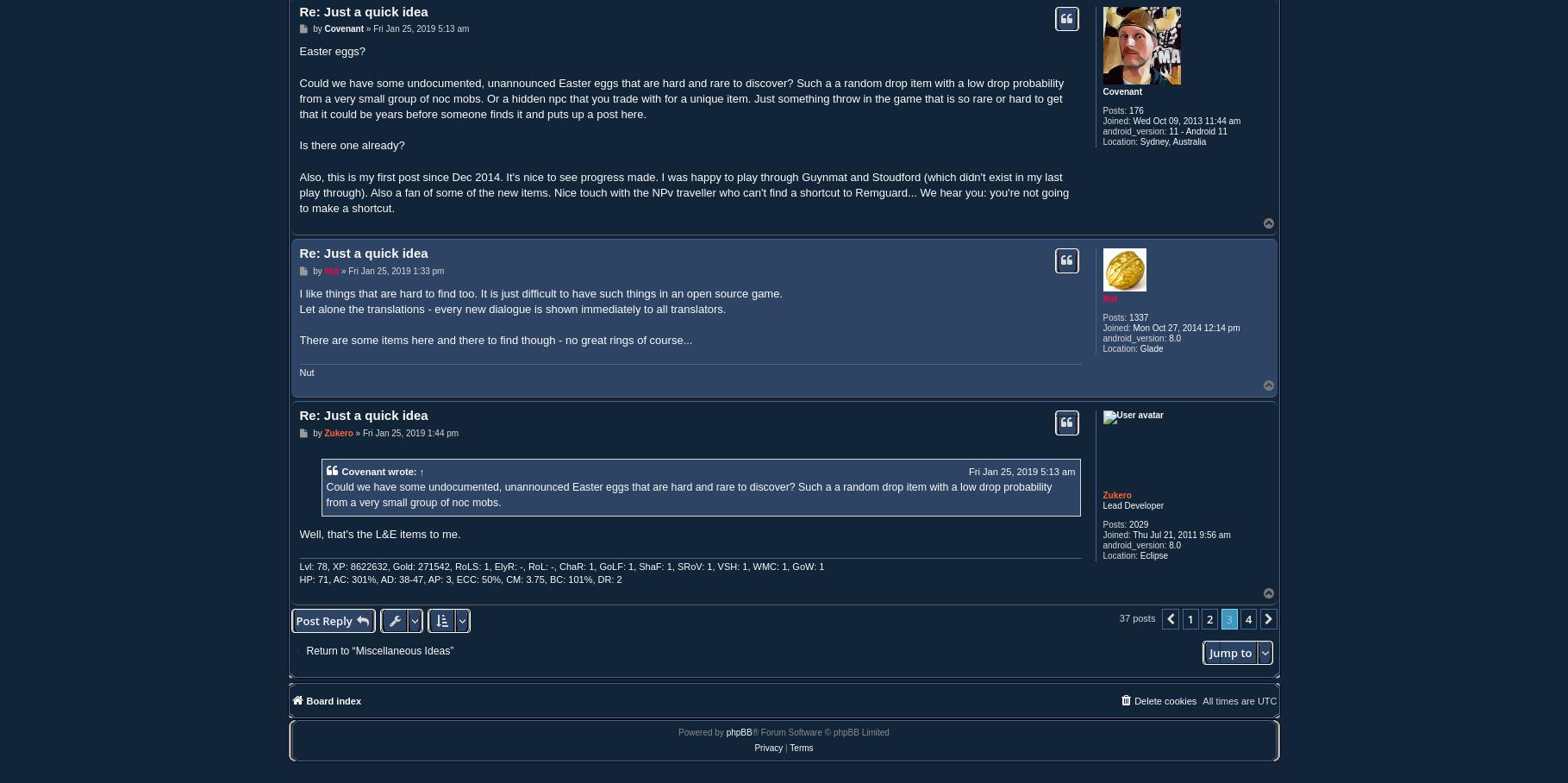 The width and height of the screenshot is (1568, 783). Describe the element at coordinates (460, 579) in the screenshot. I see `'HP: 71, AC: 301%, AD: 38-47, AP: 3, ECC: 50%, CM: 3.75, BC: 101%, DR: 2'` at that location.